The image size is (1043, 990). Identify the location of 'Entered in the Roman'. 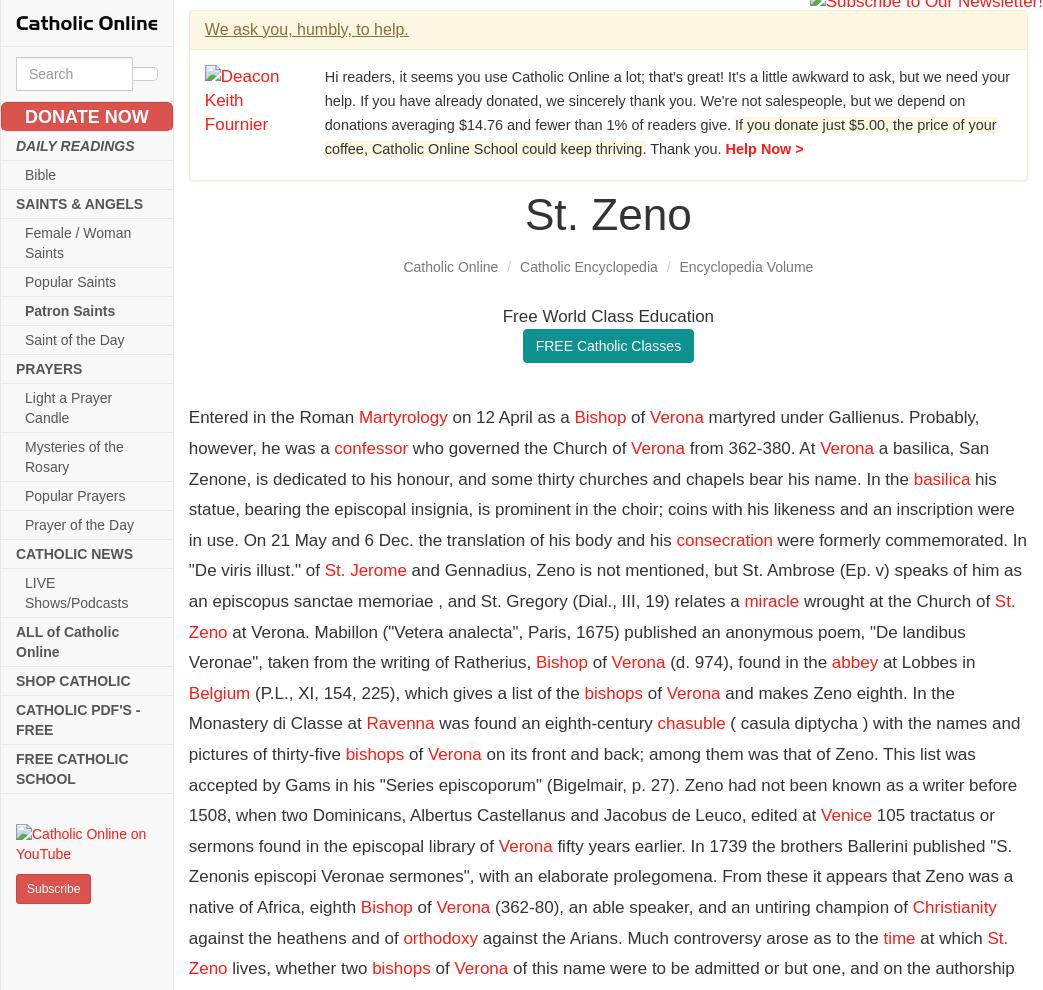
(272, 416).